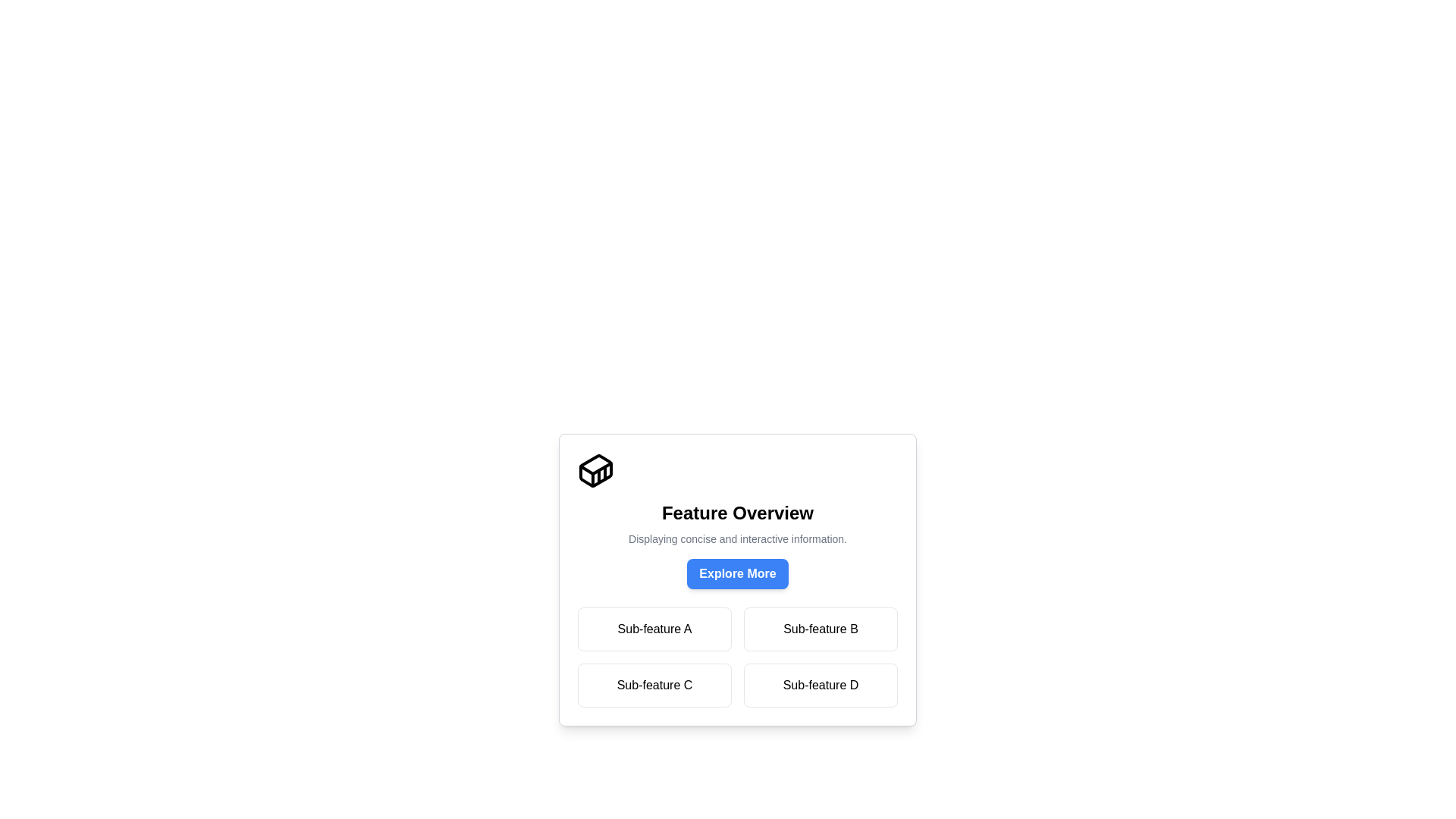 This screenshot has width=1456, height=819. I want to click on the static label with the text 'Sub-feature B' located in the second column of the first row within a 2x2 grid layout, below 'Feature Overview', so click(820, 629).